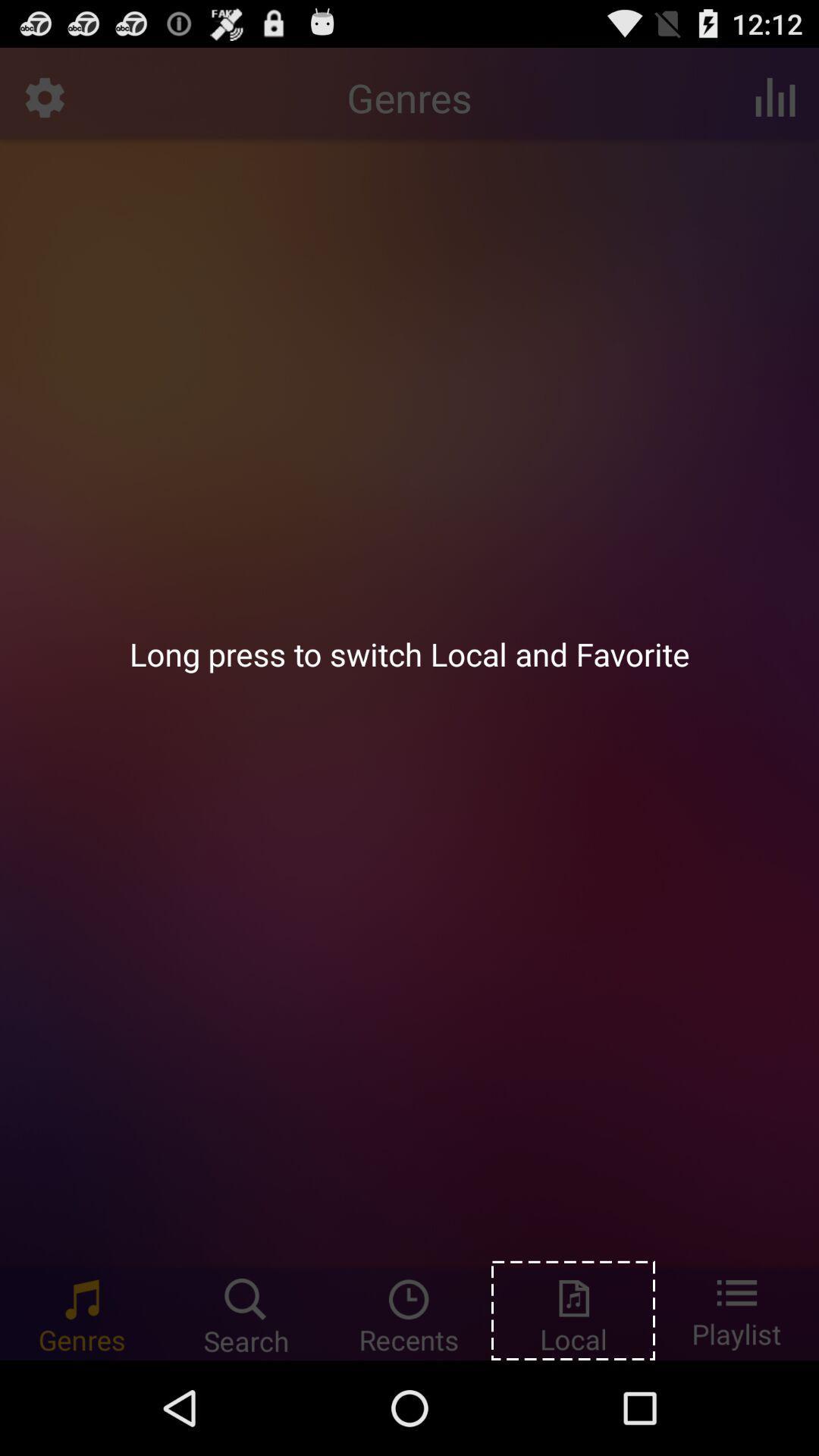  Describe the element at coordinates (775, 96) in the screenshot. I see `icon above long press to icon` at that location.